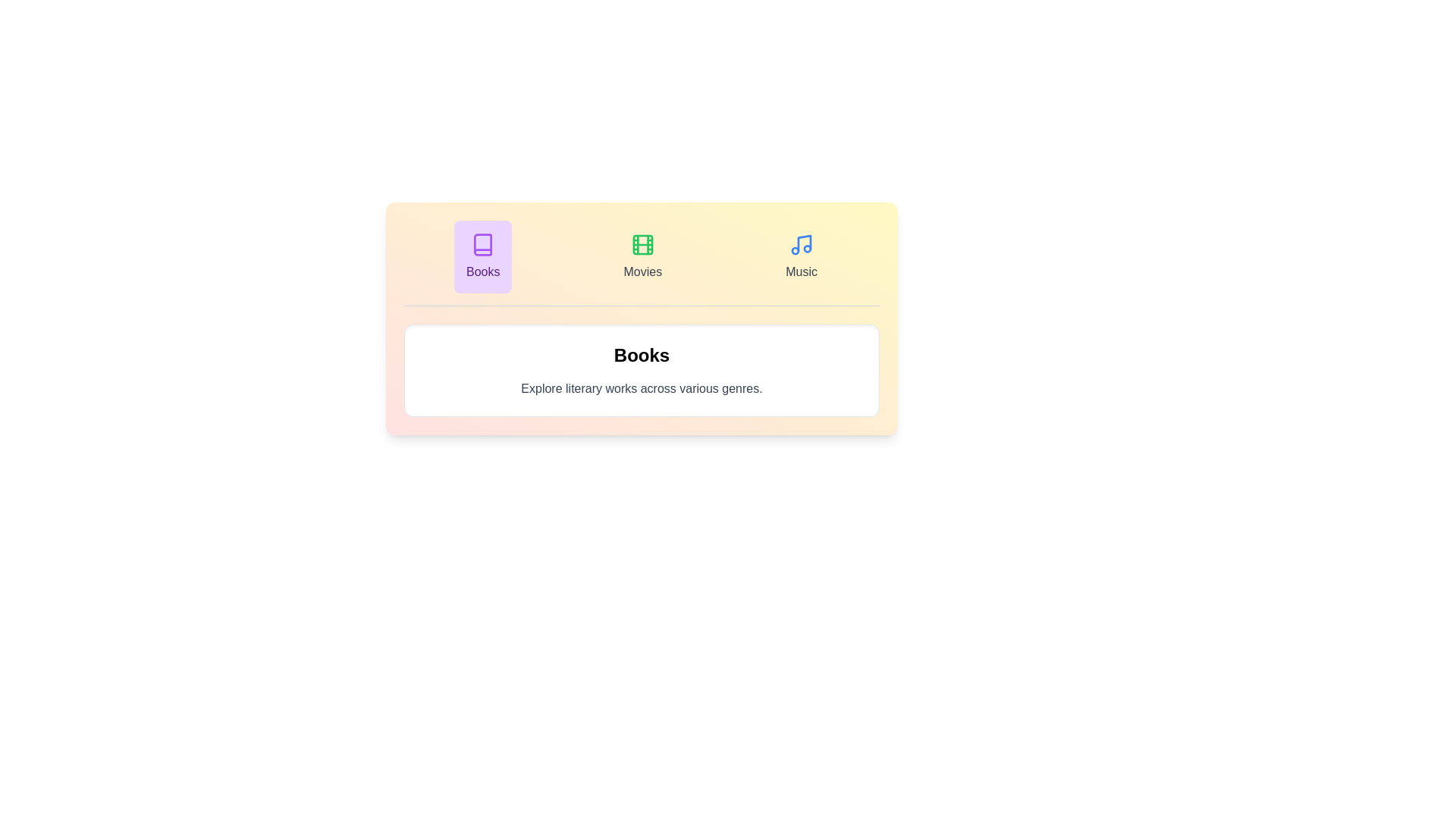  What do you see at coordinates (642, 256) in the screenshot?
I see `the tab labeled Movies and observe its icon and label` at bounding box center [642, 256].